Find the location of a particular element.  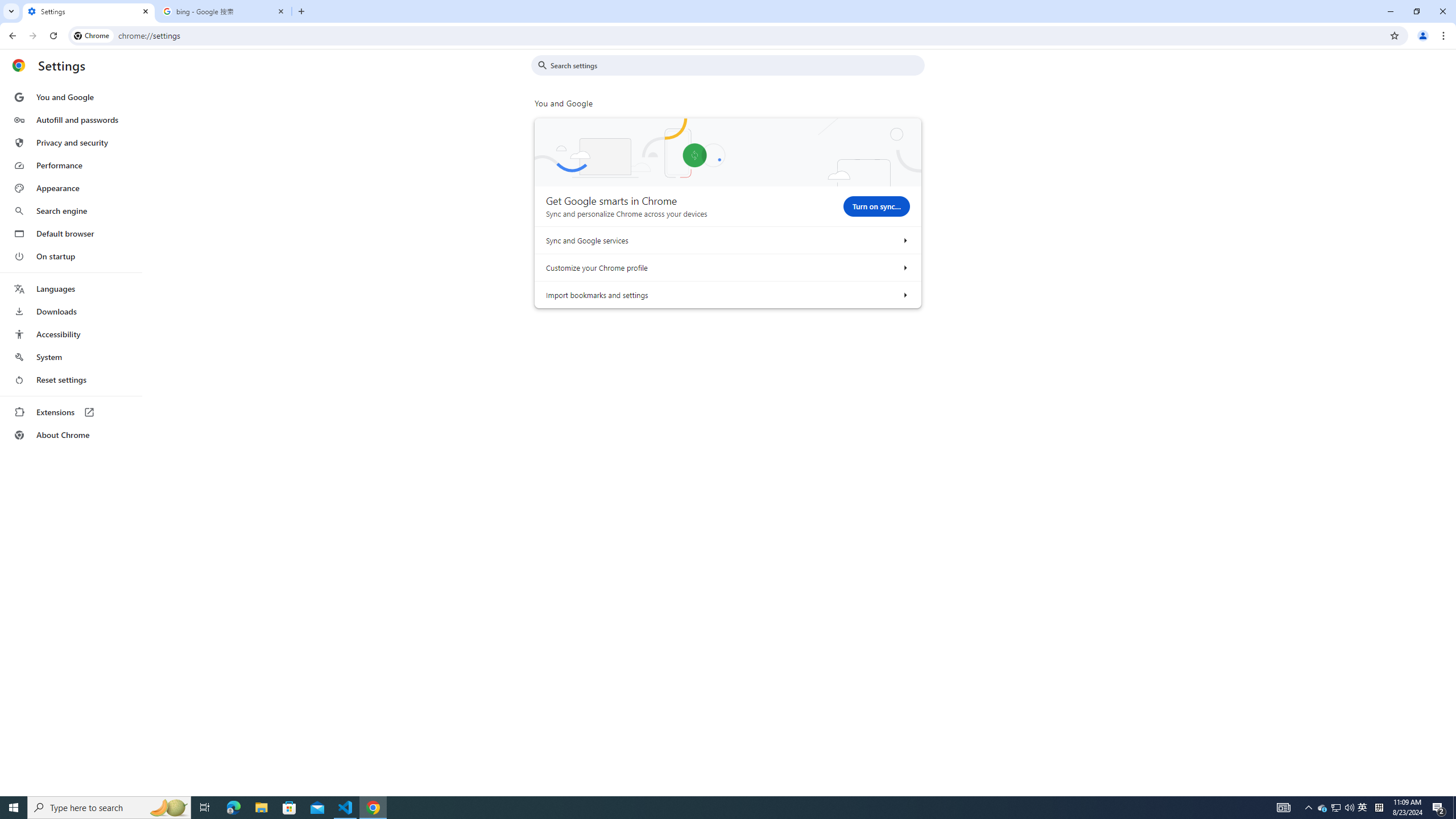

'Settings' is located at coordinates (88, 11).